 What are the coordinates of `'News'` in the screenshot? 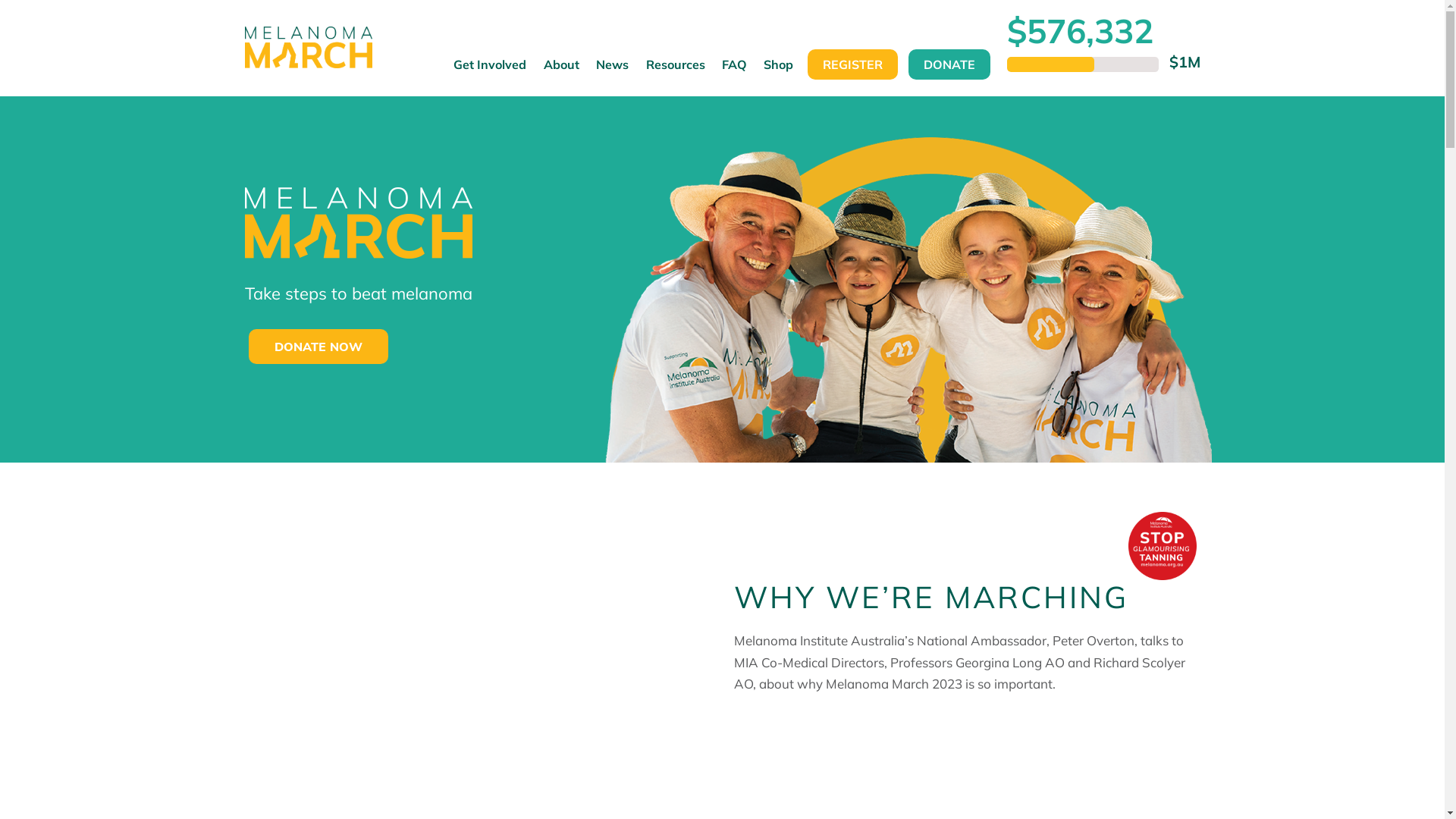 It's located at (612, 71).